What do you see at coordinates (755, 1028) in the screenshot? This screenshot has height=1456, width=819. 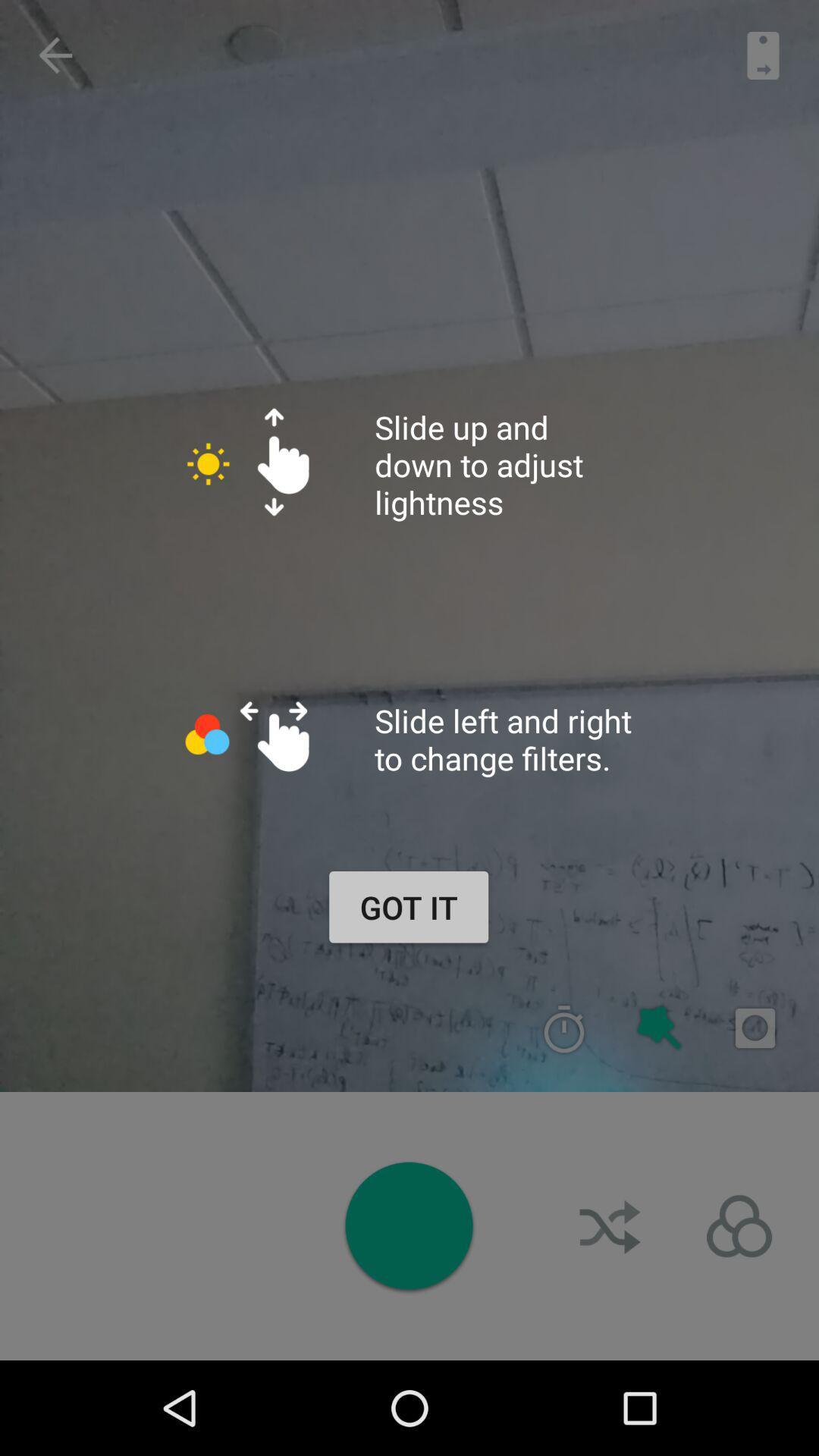 I see `record` at bounding box center [755, 1028].